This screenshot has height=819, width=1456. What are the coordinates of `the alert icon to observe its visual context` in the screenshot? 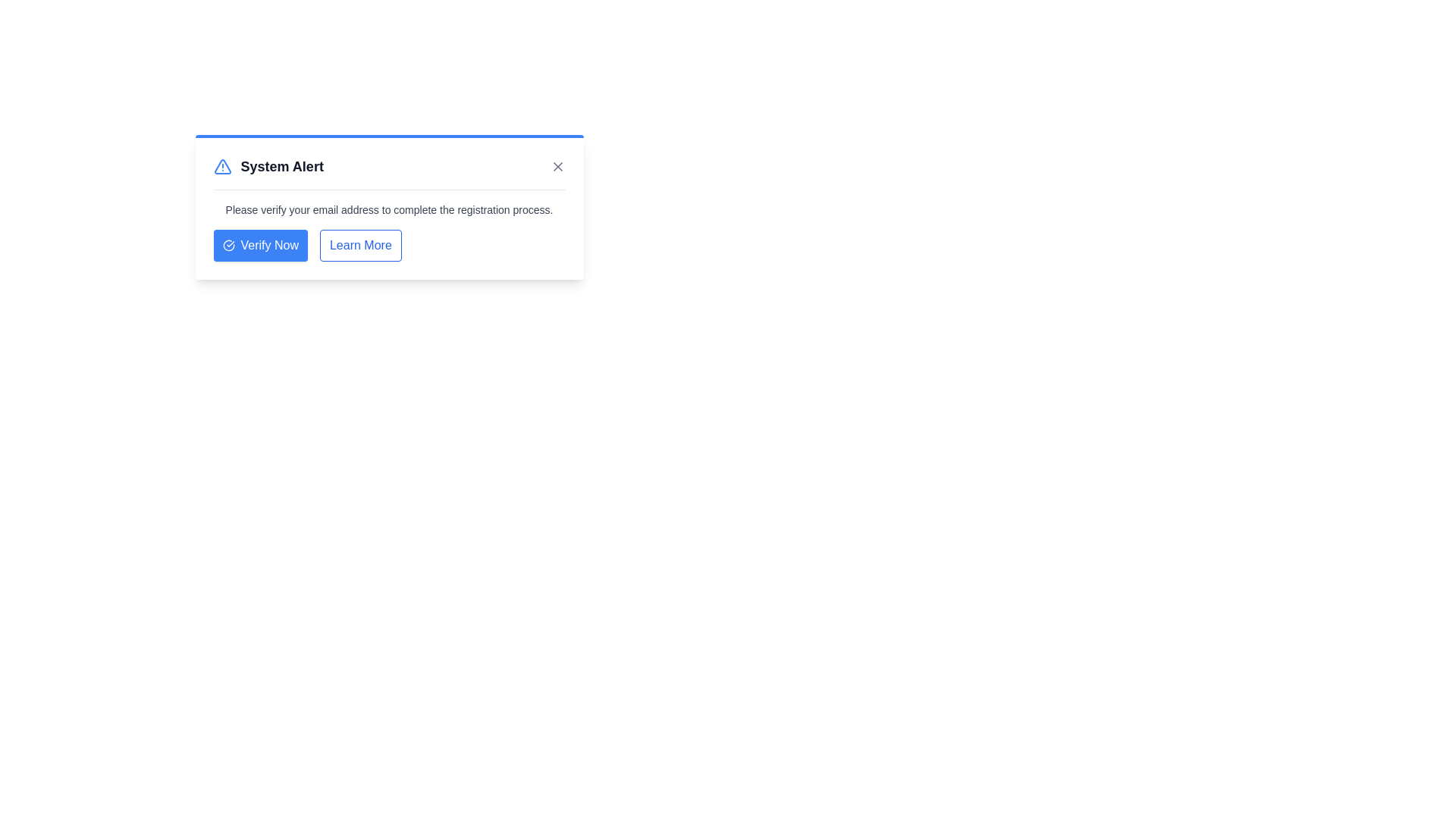 It's located at (221, 166).